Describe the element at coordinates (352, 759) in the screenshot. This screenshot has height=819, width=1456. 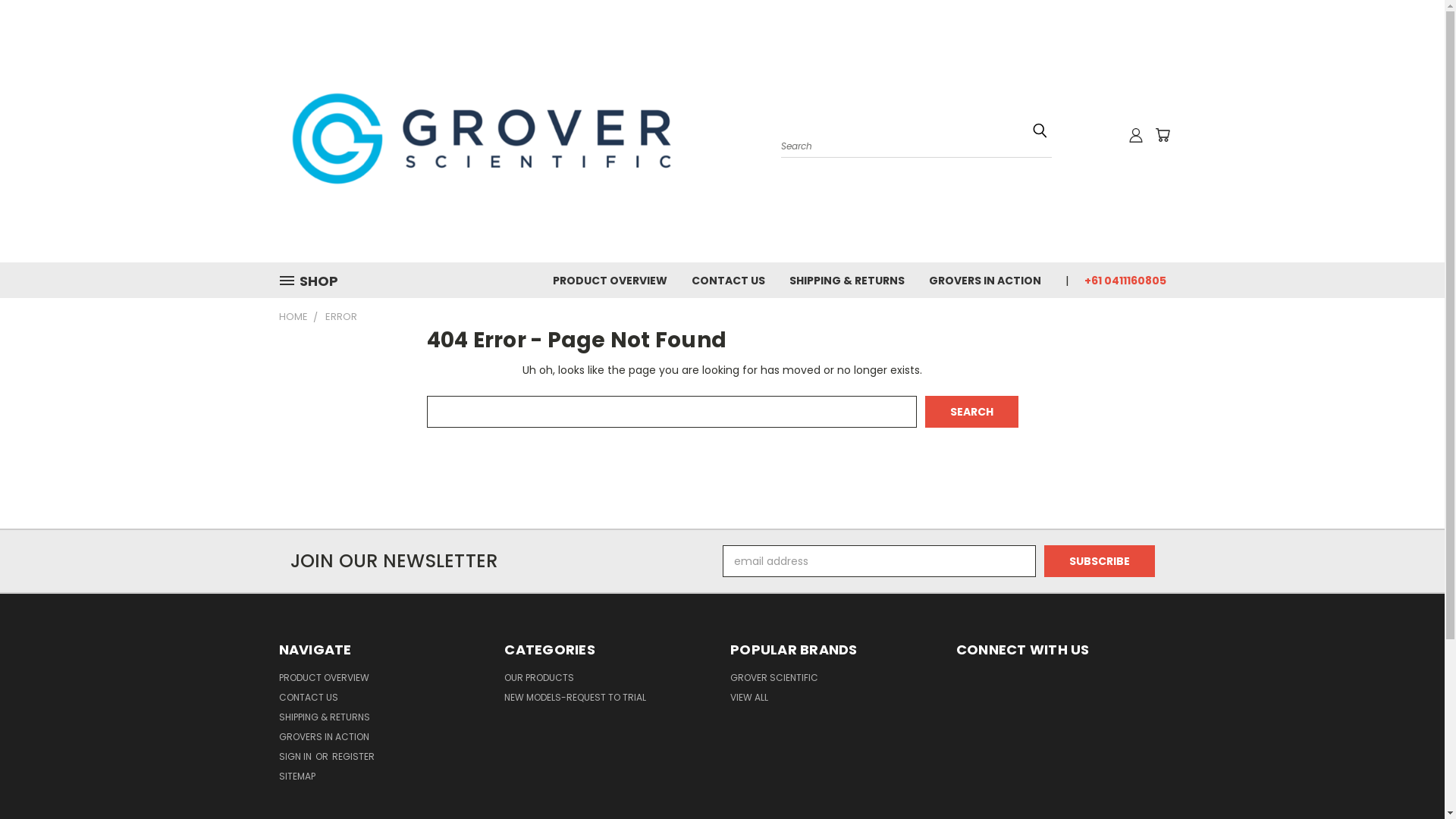
I see `'REGISTER'` at that location.